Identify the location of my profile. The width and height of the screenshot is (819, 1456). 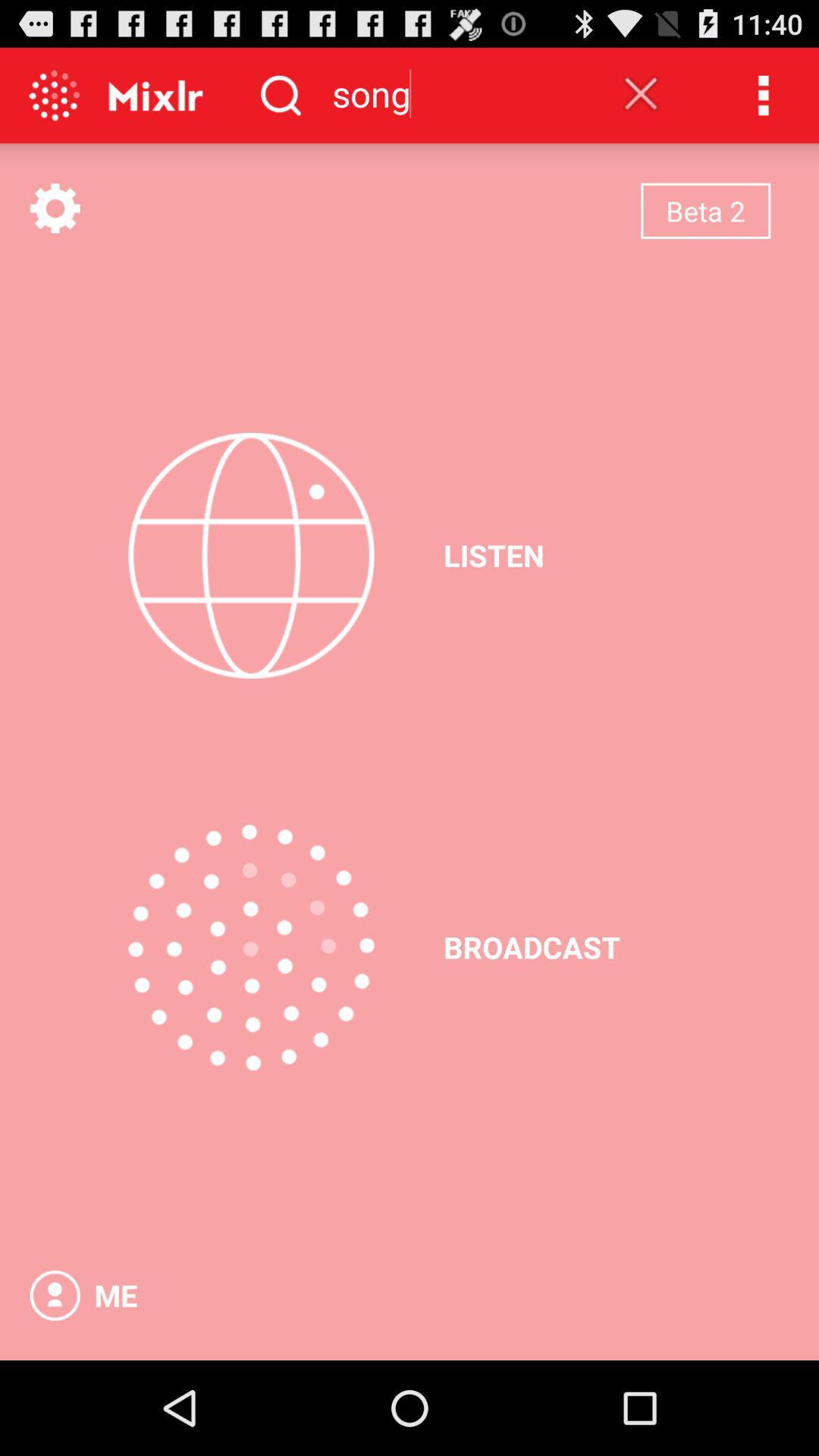
(54, 1294).